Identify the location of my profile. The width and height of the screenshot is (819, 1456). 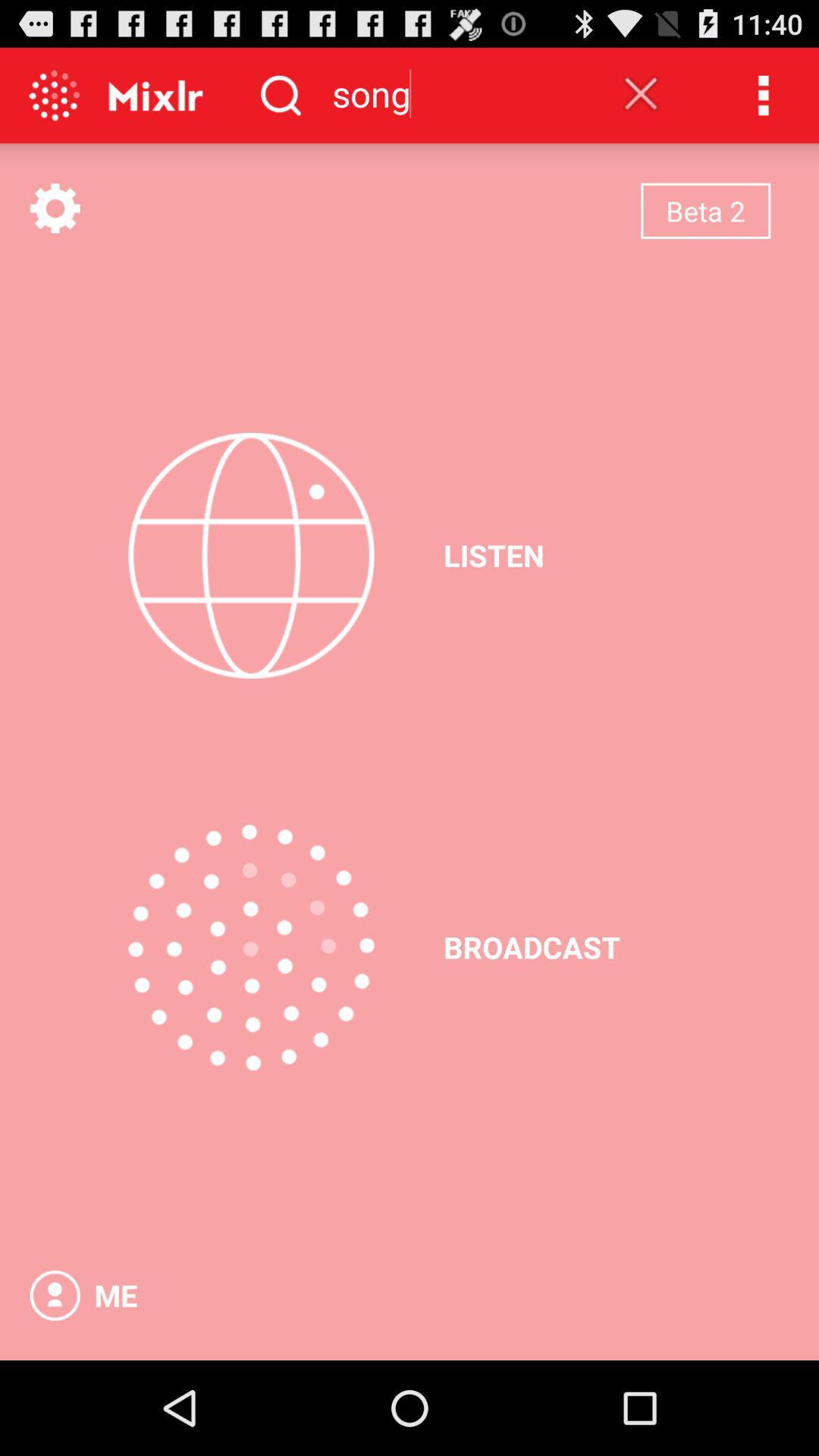
(54, 1294).